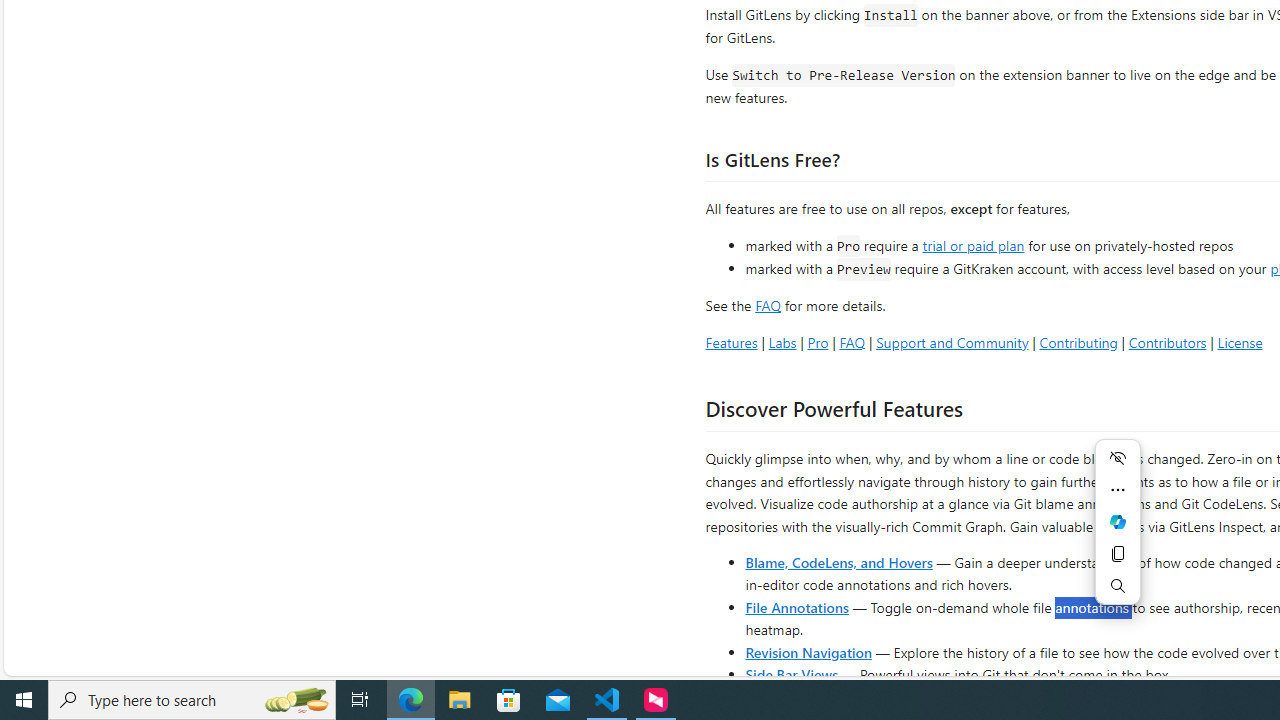  Describe the element at coordinates (973, 243) in the screenshot. I see `'trial or paid plan'` at that location.